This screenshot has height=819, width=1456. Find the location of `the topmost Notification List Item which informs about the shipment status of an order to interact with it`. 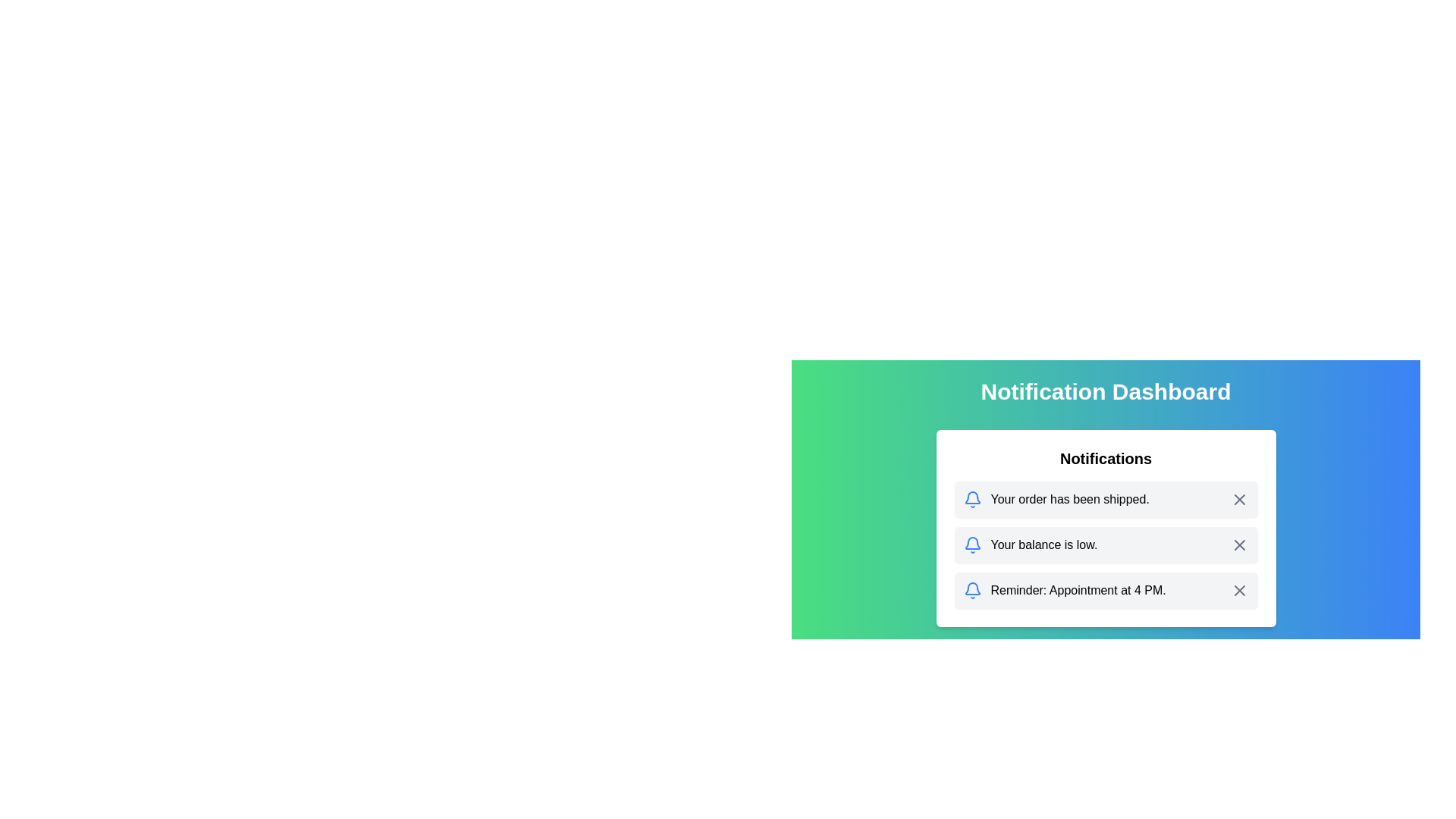

the topmost Notification List Item which informs about the shipment status of an order to interact with it is located at coordinates (1055, 500).